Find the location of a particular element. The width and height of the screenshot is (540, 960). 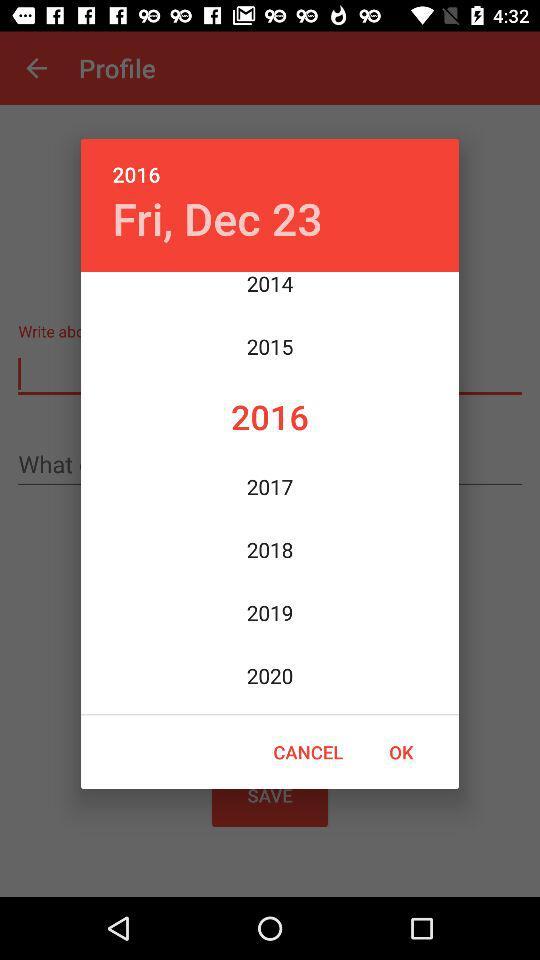

icon below the 2021 item is located at coordinates (401, 751).